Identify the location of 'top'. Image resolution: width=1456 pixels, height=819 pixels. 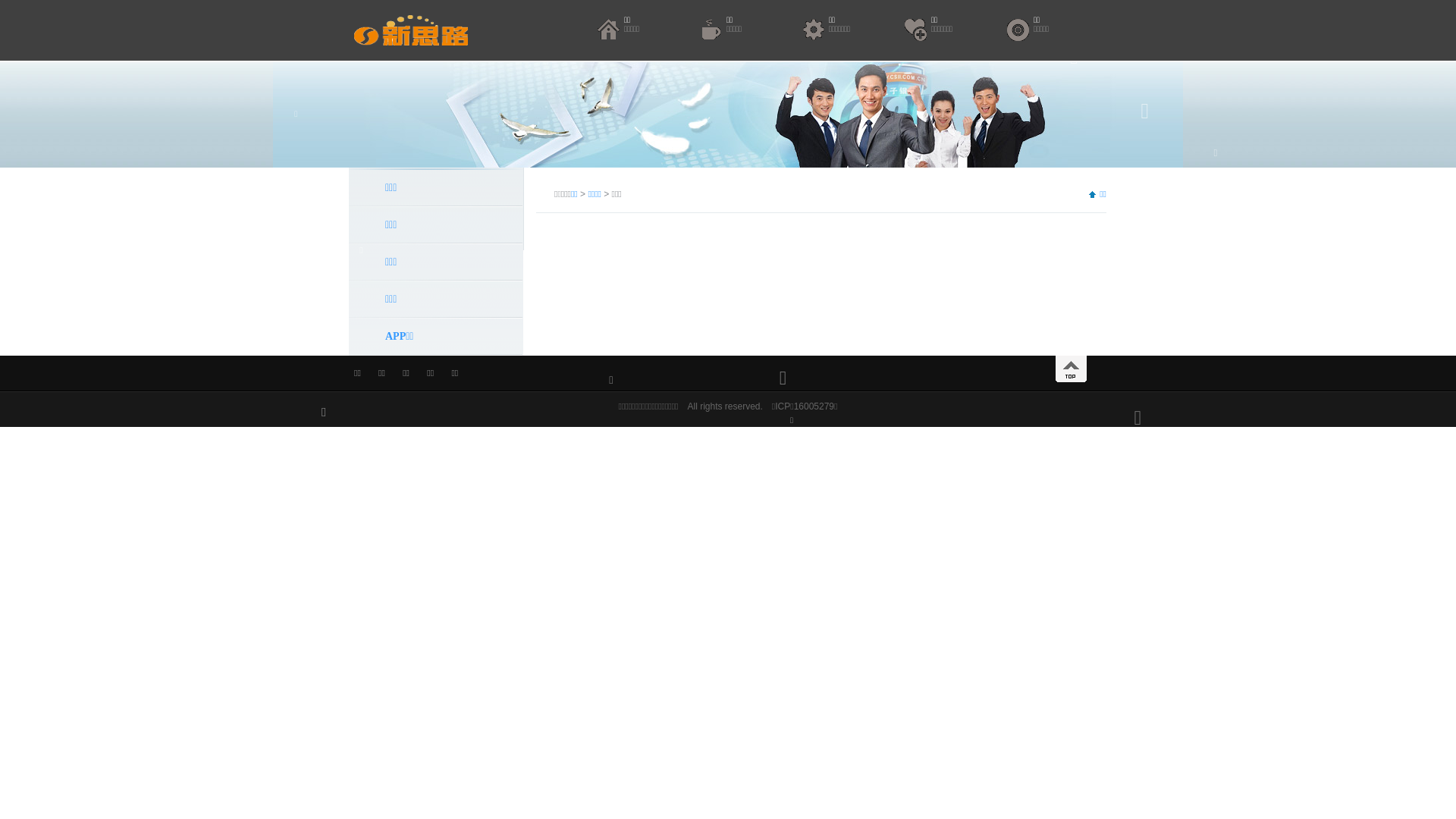
(1070, 369).